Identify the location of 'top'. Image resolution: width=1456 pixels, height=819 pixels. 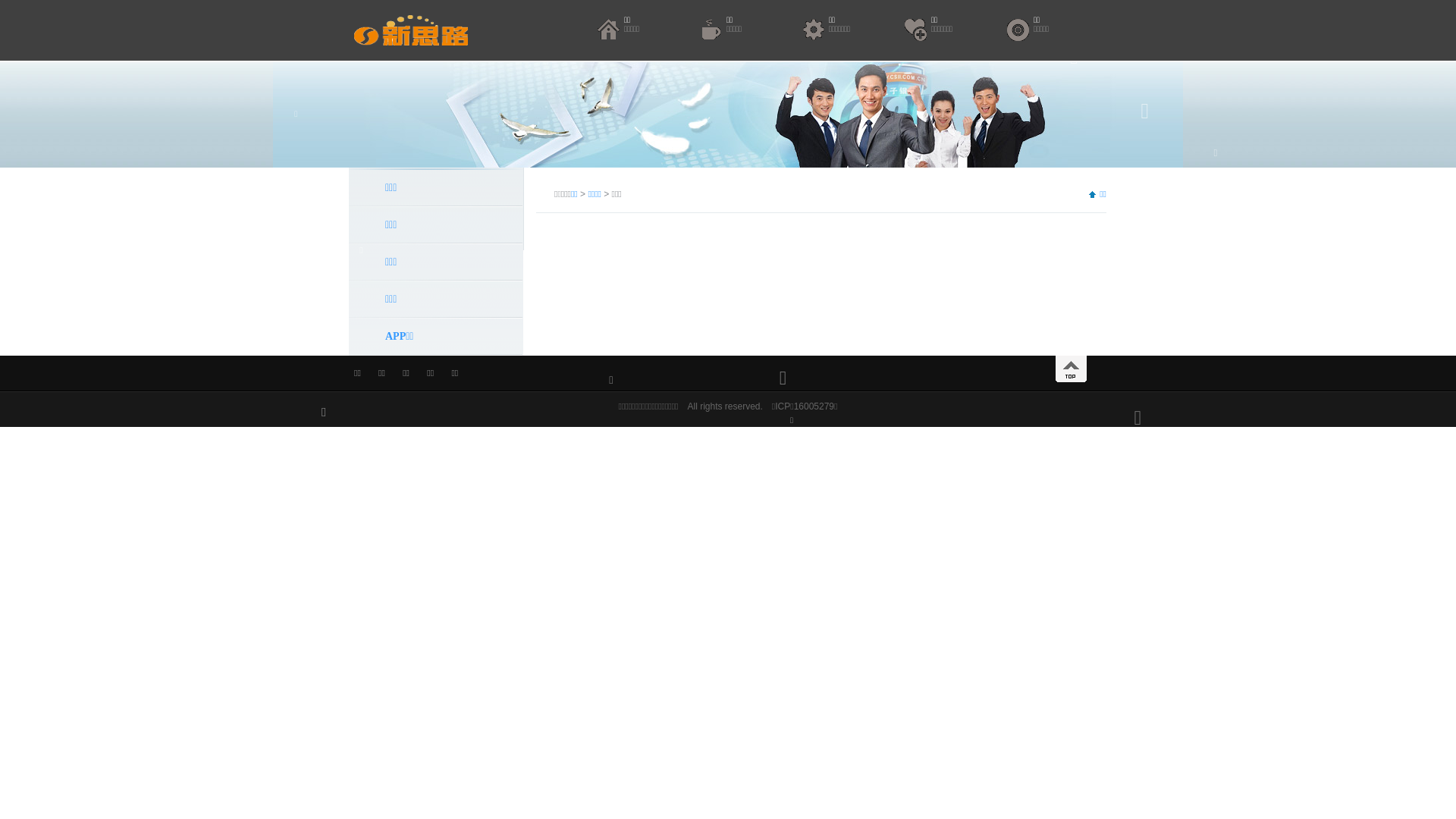
(1070, 369).